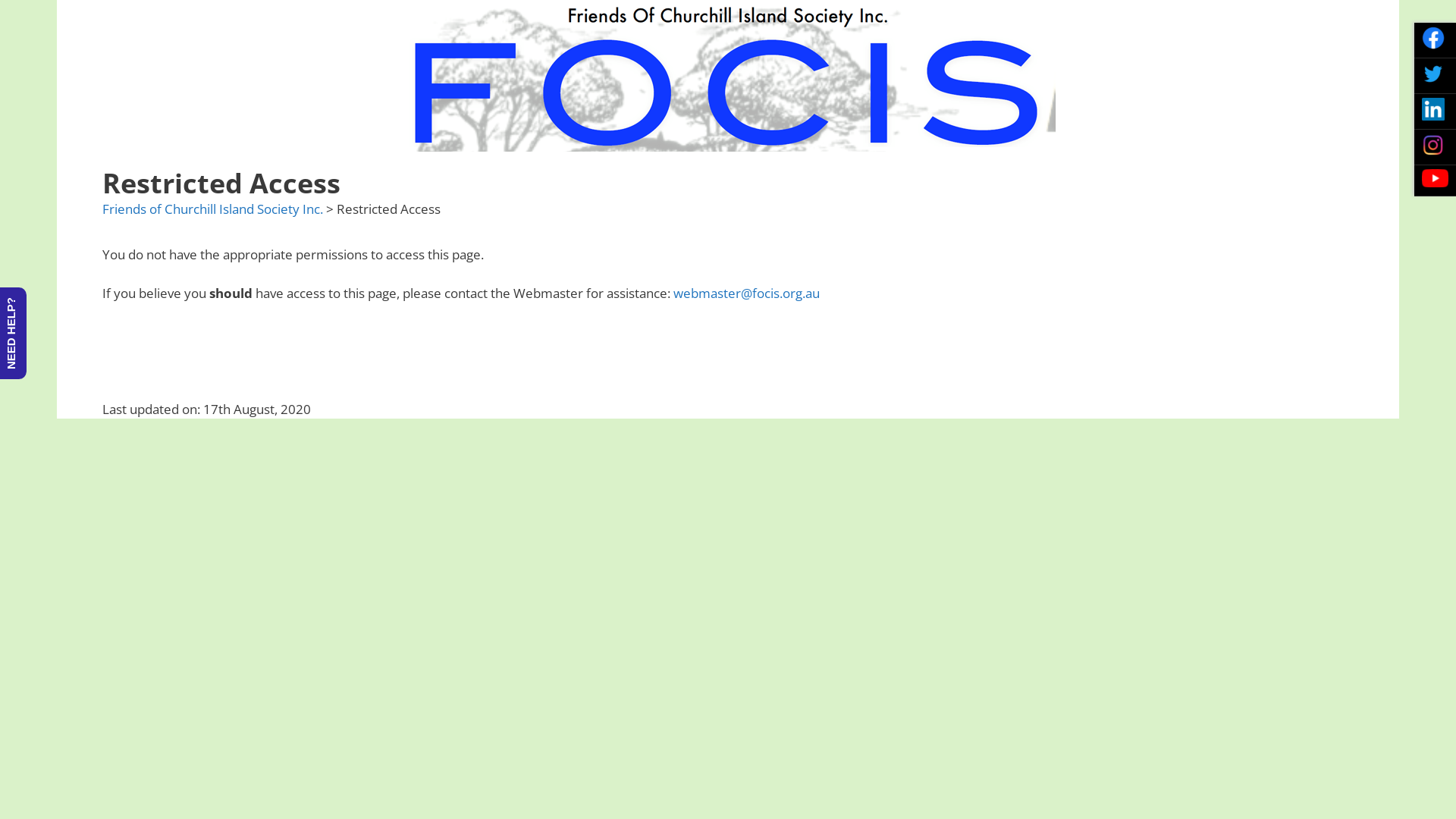 Image resolution: width=1456 pixels, height=819 pixels. I want to click on 'Twitter', so click(1432, 73).